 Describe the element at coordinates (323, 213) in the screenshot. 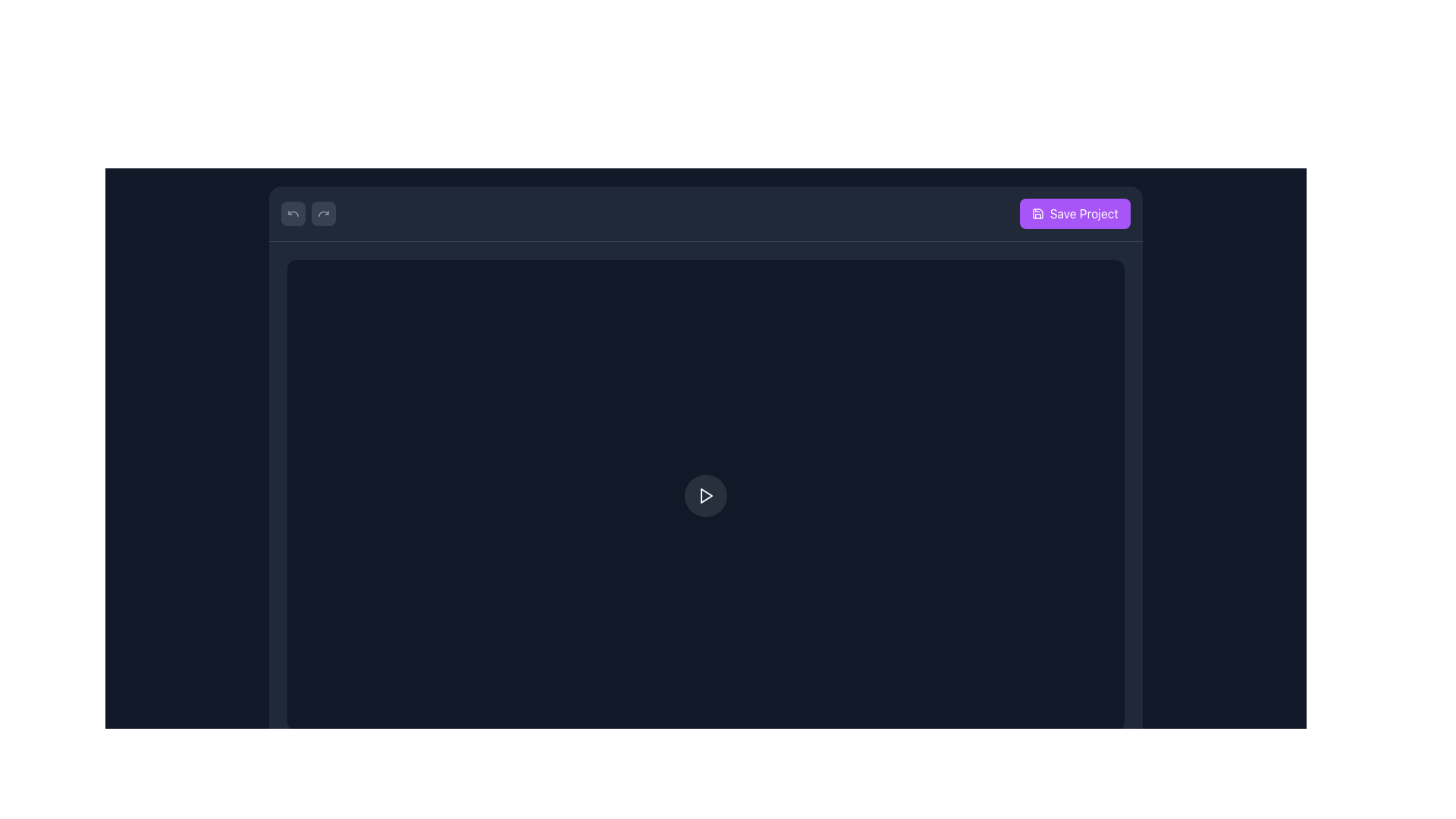

I see `the redo arrow icon, which is styled with a thin stroke and rounded edges, located in the top-left portion of the interface, adjacent to the undo icon` at that location.